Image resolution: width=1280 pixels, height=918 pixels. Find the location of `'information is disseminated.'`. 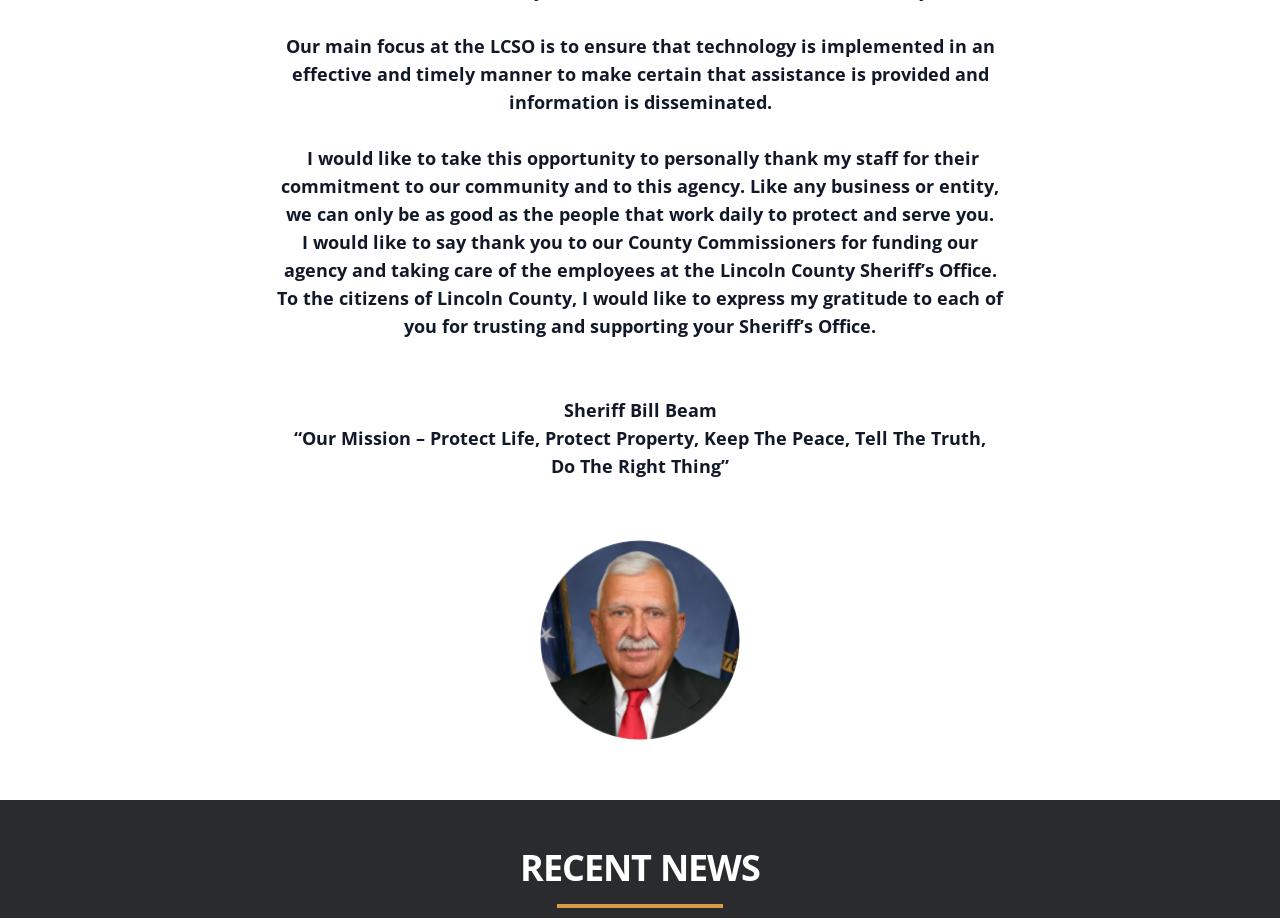

'information is disseminated.' is located at coordinates (638, 99).